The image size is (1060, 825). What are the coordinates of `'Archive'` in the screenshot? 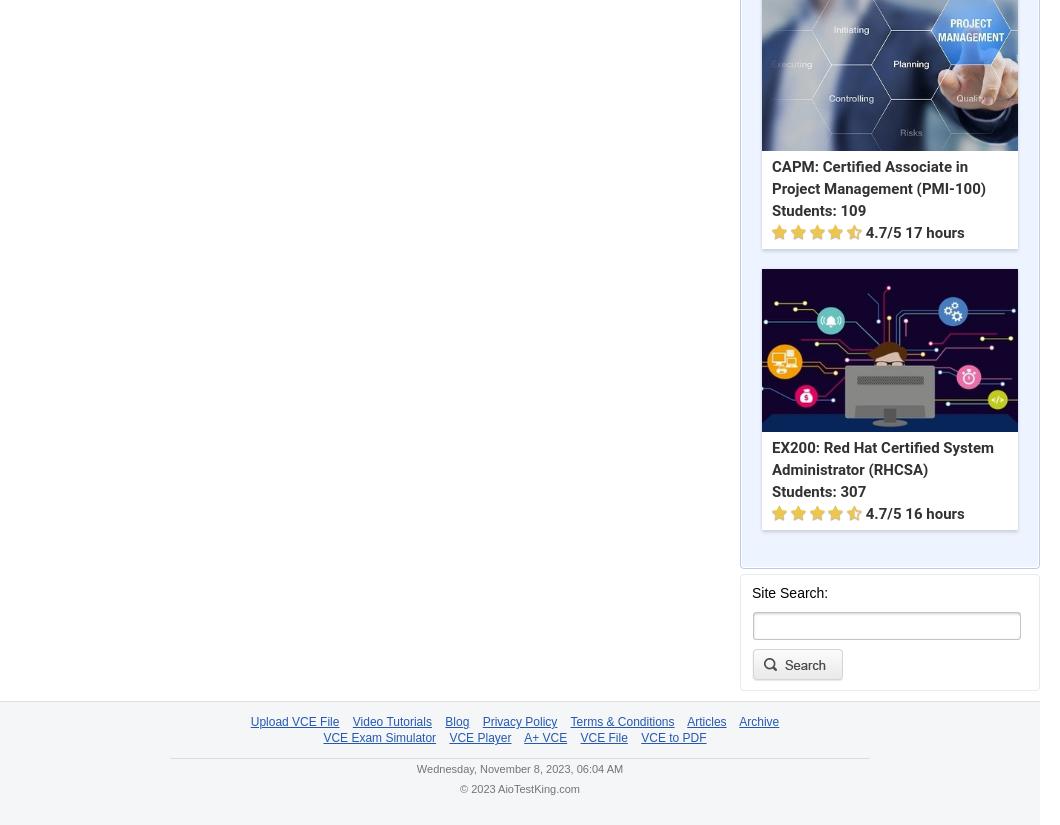 It's located at (757, 721).